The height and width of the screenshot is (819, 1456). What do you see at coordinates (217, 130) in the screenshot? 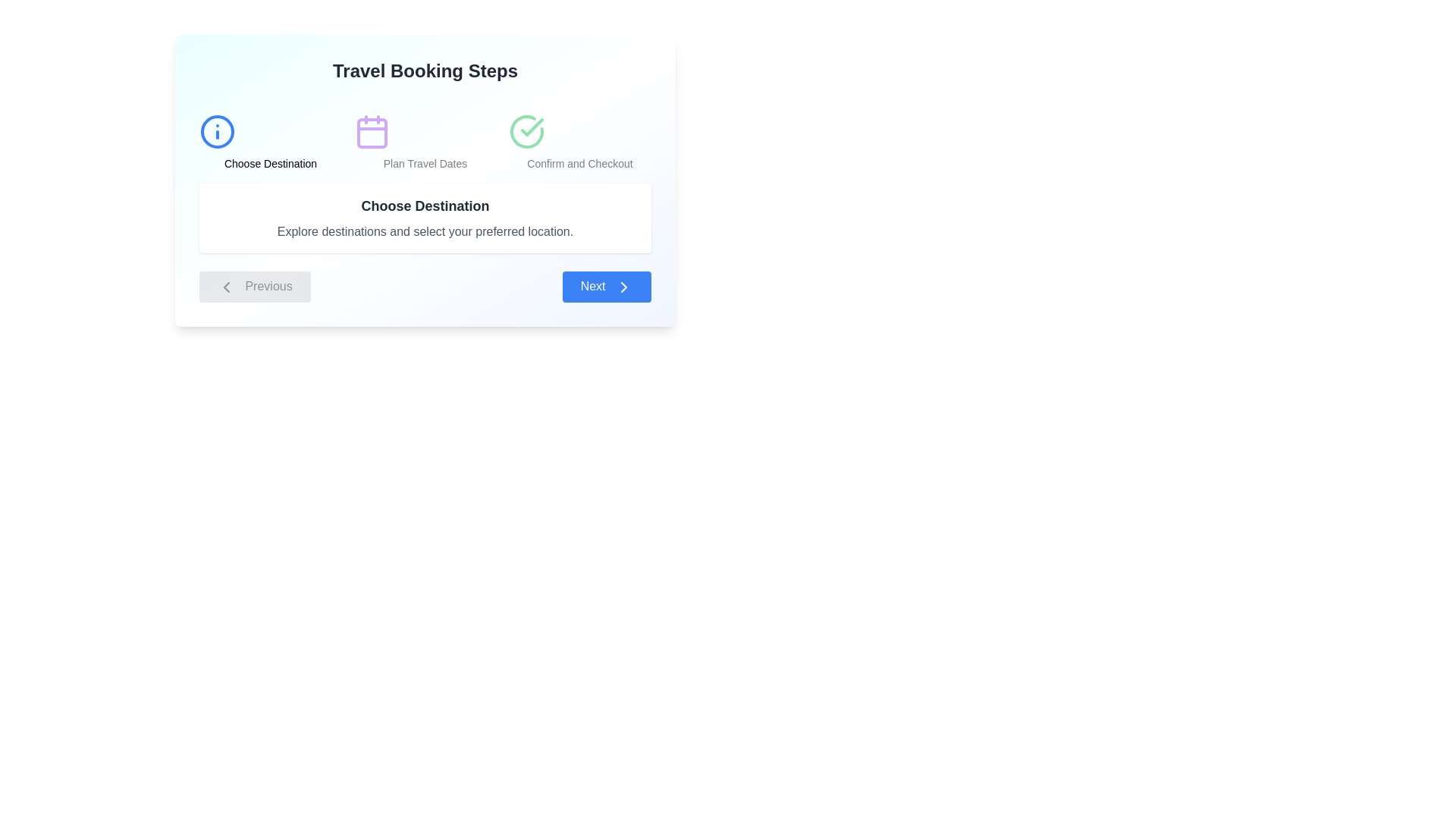
I see `the informational icon indicating the user's current step in the travel booking process, located above the 'Choose Destination' text label` at bounding box center [217, 130].